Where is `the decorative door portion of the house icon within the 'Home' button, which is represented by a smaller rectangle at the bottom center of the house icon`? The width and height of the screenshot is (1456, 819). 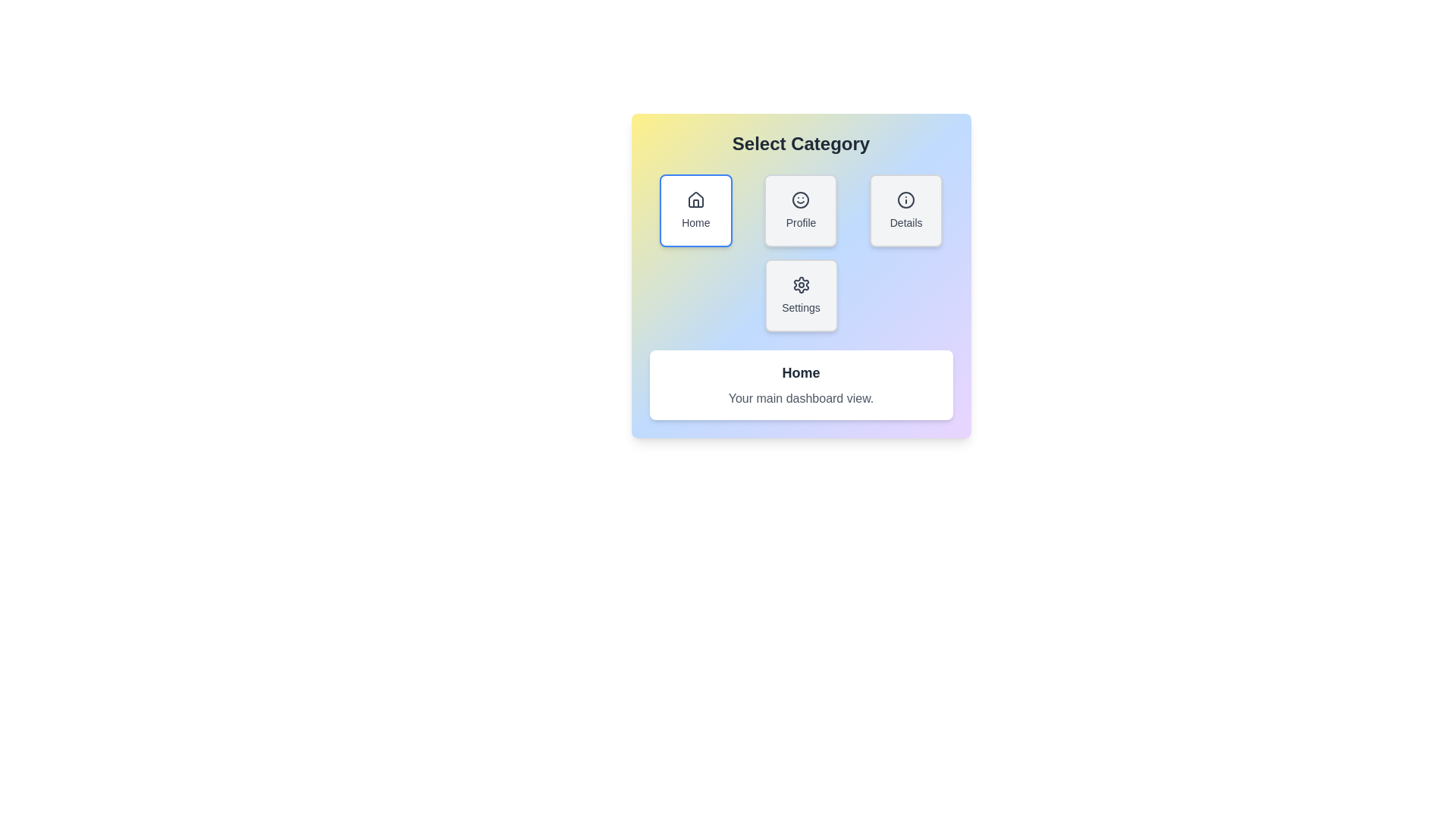 the decorative door portion of the house icon within the 'Home' button, which is represented by a smaller rectangle at the bottom center of the house icon is located at coordinates (695, 202).